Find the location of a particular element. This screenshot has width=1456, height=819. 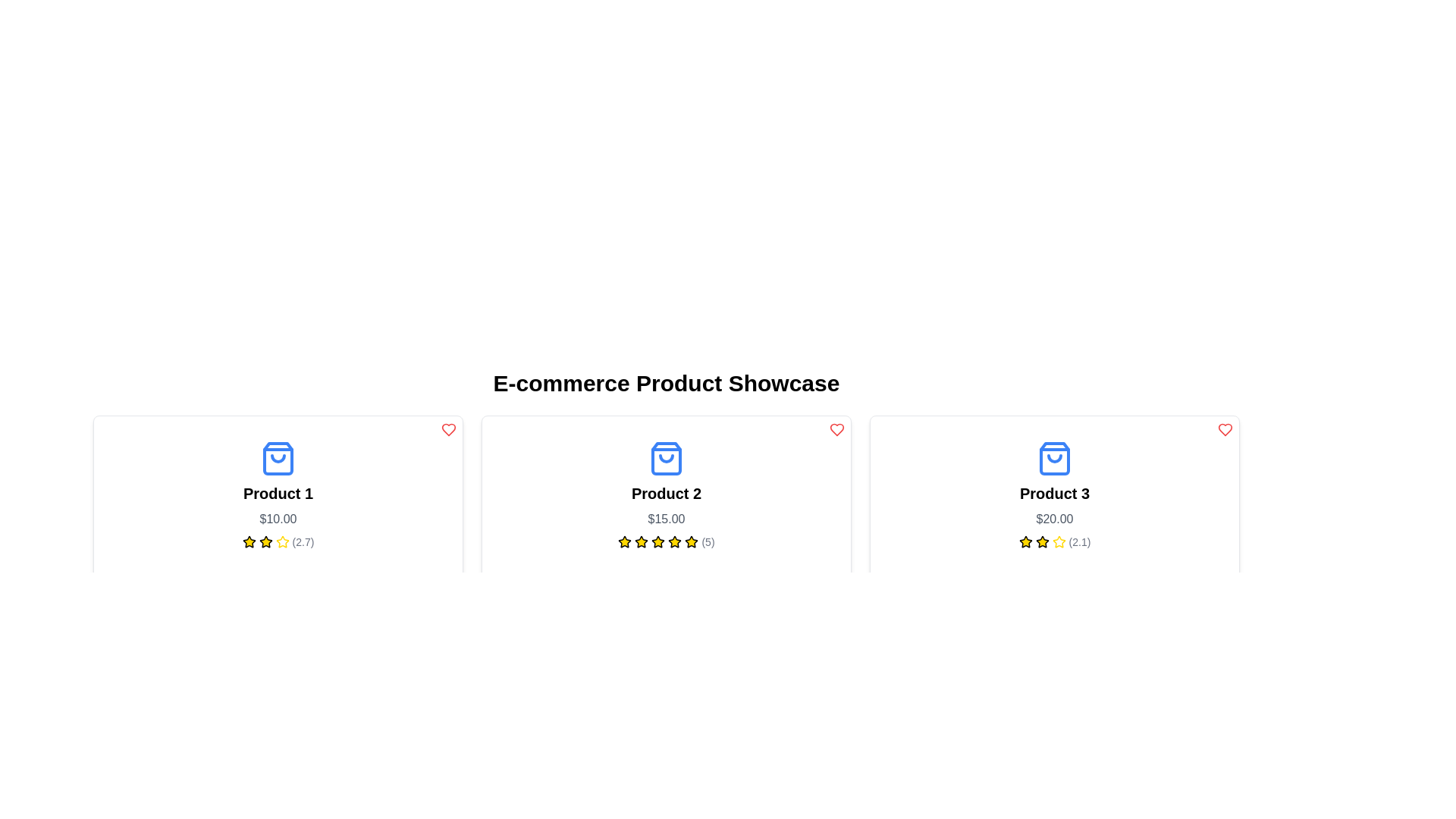

the third five-pointed star icon with a gold-colored stroke in the product card for 'Product 3' is located at coordinates (1058, 541).